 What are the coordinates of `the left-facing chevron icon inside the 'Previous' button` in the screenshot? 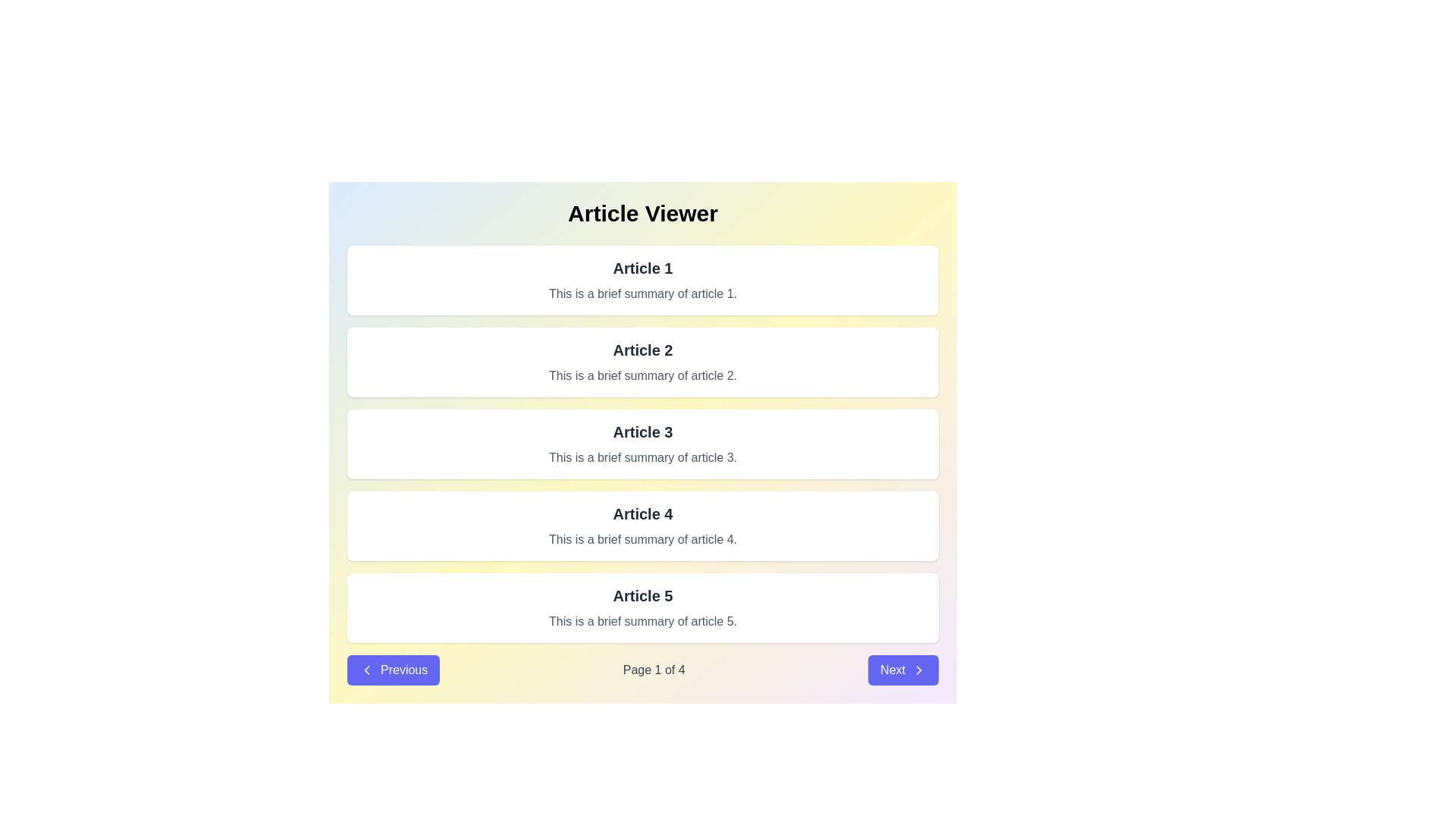 It's located at (367, 669).